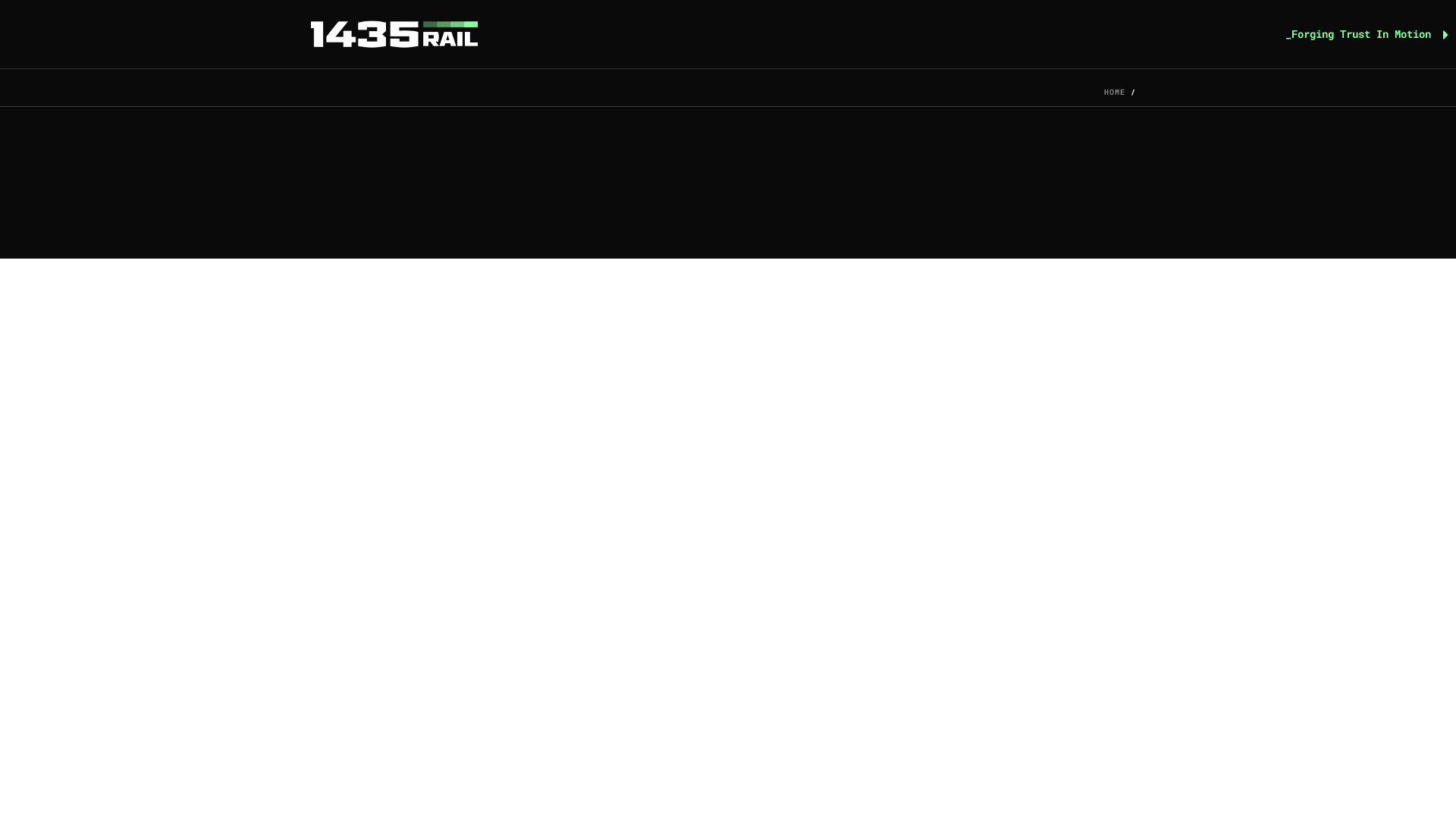  What do you see at coordinates (394, 34) in the screenshot?
I see `'Forging Trust In Motion'` at bounding box center [394, 34].